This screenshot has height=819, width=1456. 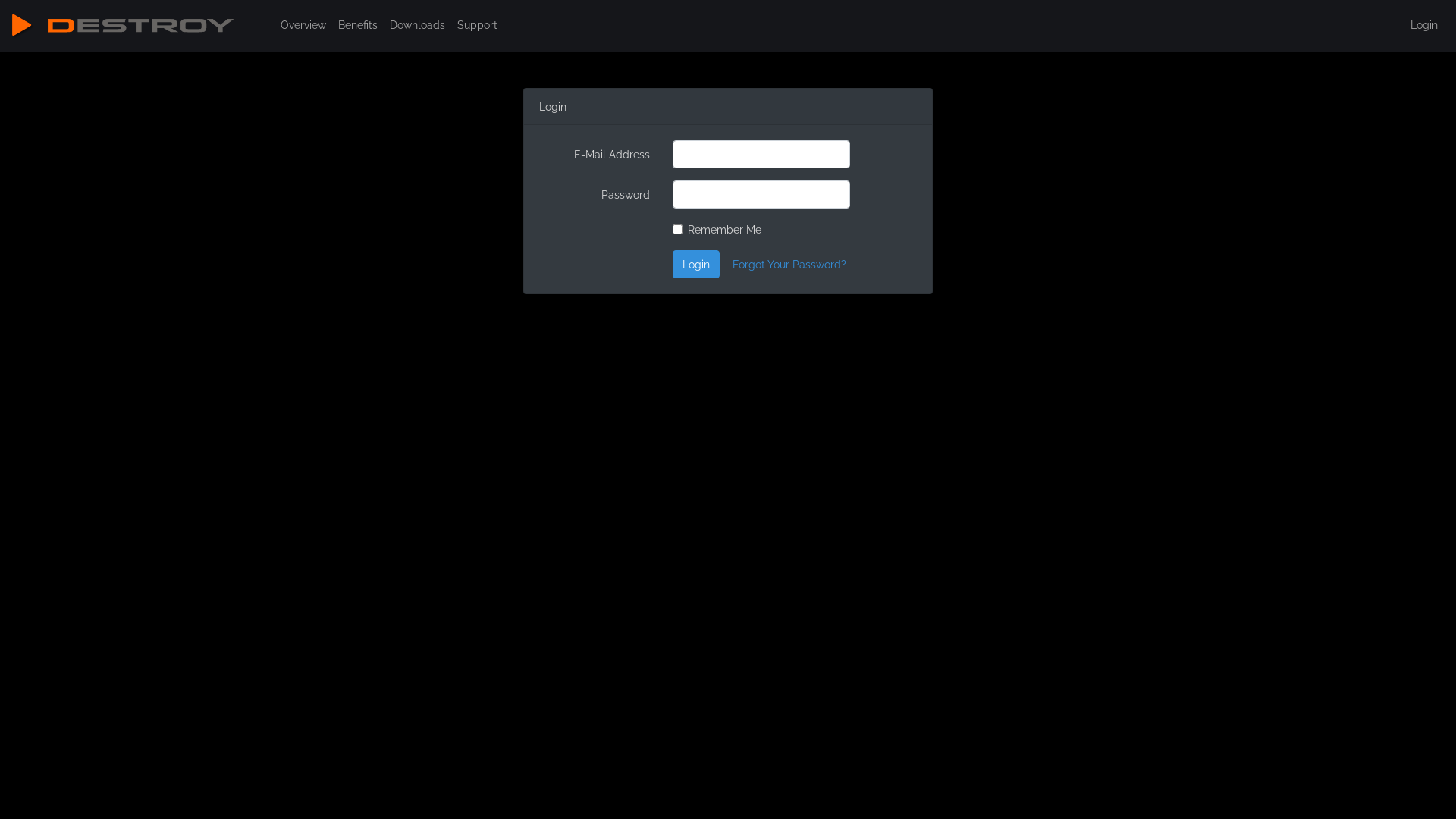 I want to click on 'Forgot Your Password?', so click(x=789, y=263).